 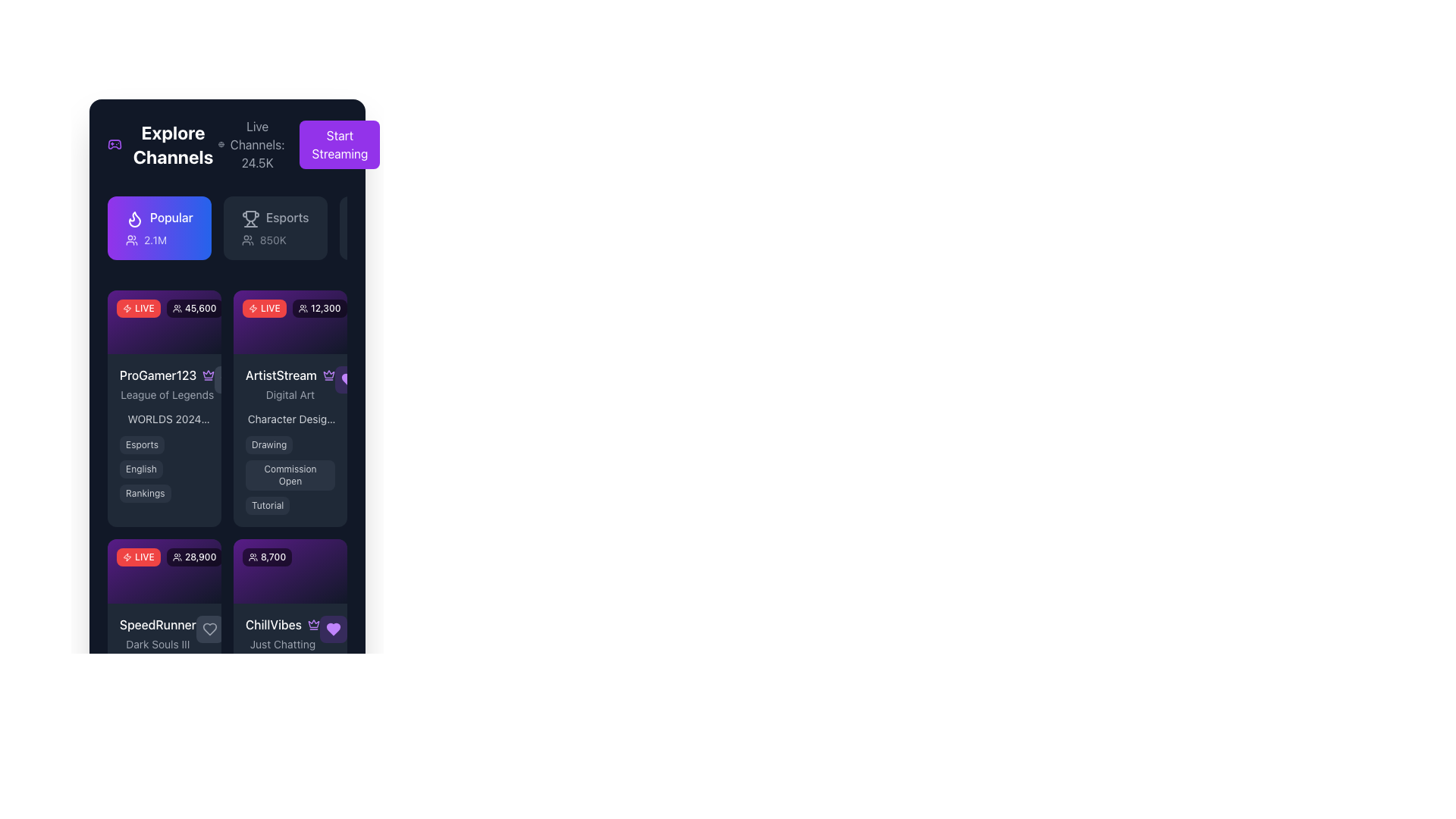 What do you see at coordinates (114, 145) in the screenshot?
I see `the gaming-related icon located towards the upper right section of the interface, which represents gamepad functionality` at bounding box center [114, 145].